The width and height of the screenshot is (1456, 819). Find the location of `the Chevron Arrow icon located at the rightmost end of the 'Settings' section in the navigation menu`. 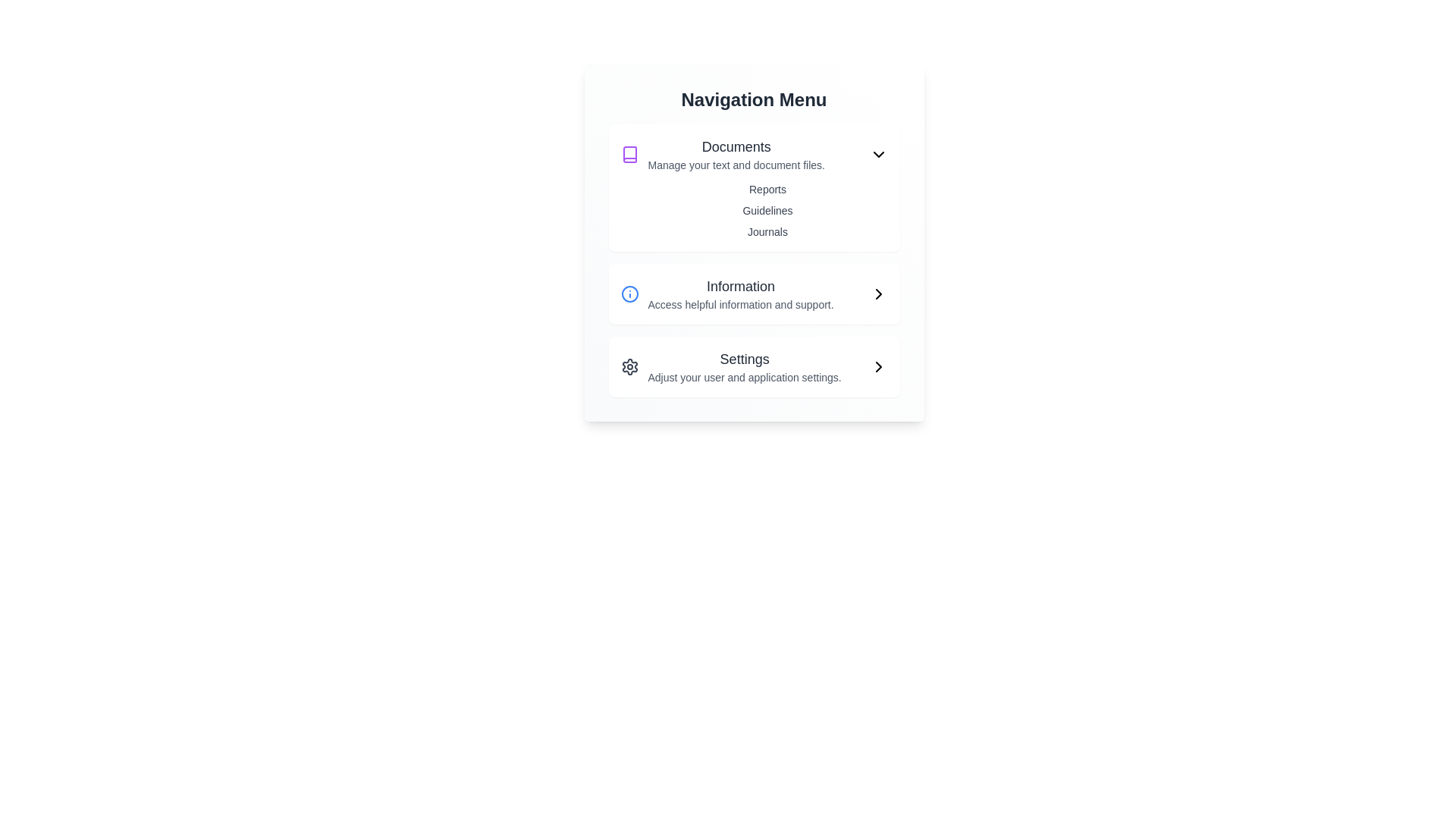

the Chevron Arrow icon located at the rightmost end of the 'Settings' section in the navigation menu is located at coordinates (878, 366).